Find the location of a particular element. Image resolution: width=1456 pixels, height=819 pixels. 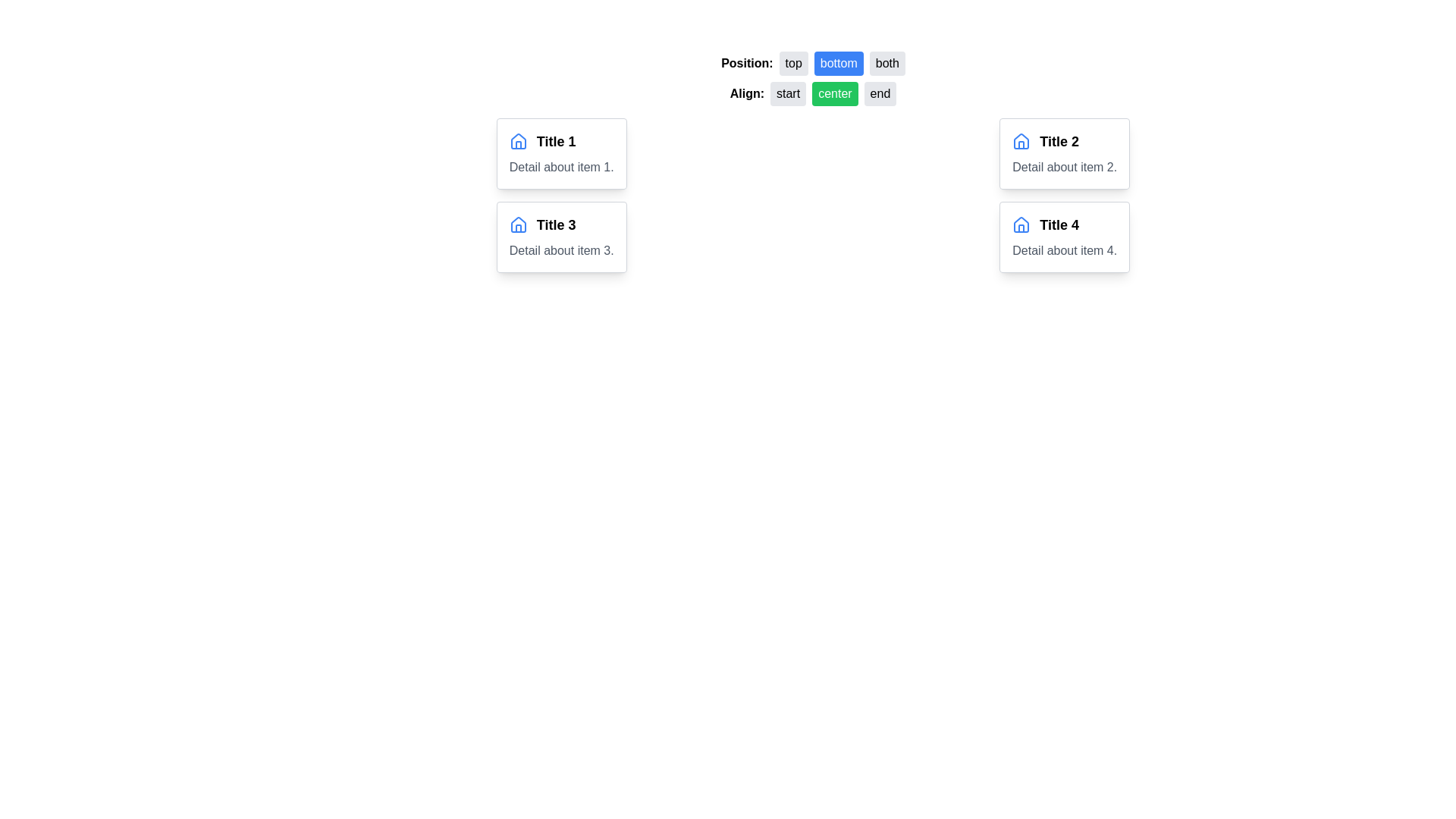

the decorative home icon located within the card labeled 'Title 1', positioned to the left of the text content is located at coordinates (1021, 224).